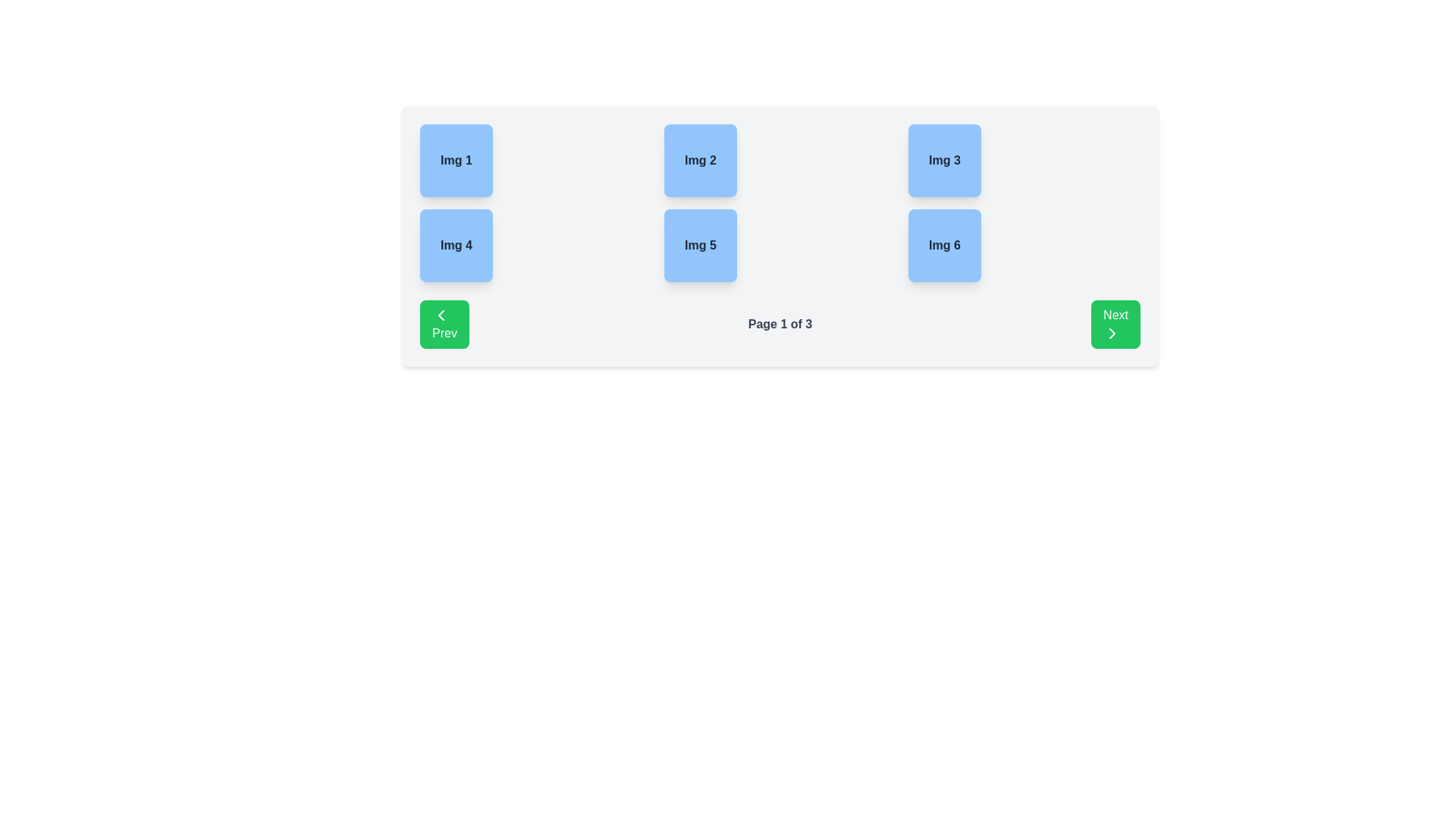 Image resolution: width=1456 pixels, height=819 pixels. I want to click on the green 'Prev' button with rounded corners located to the left of the pagination controls for visual feedback, so click(444, 324).